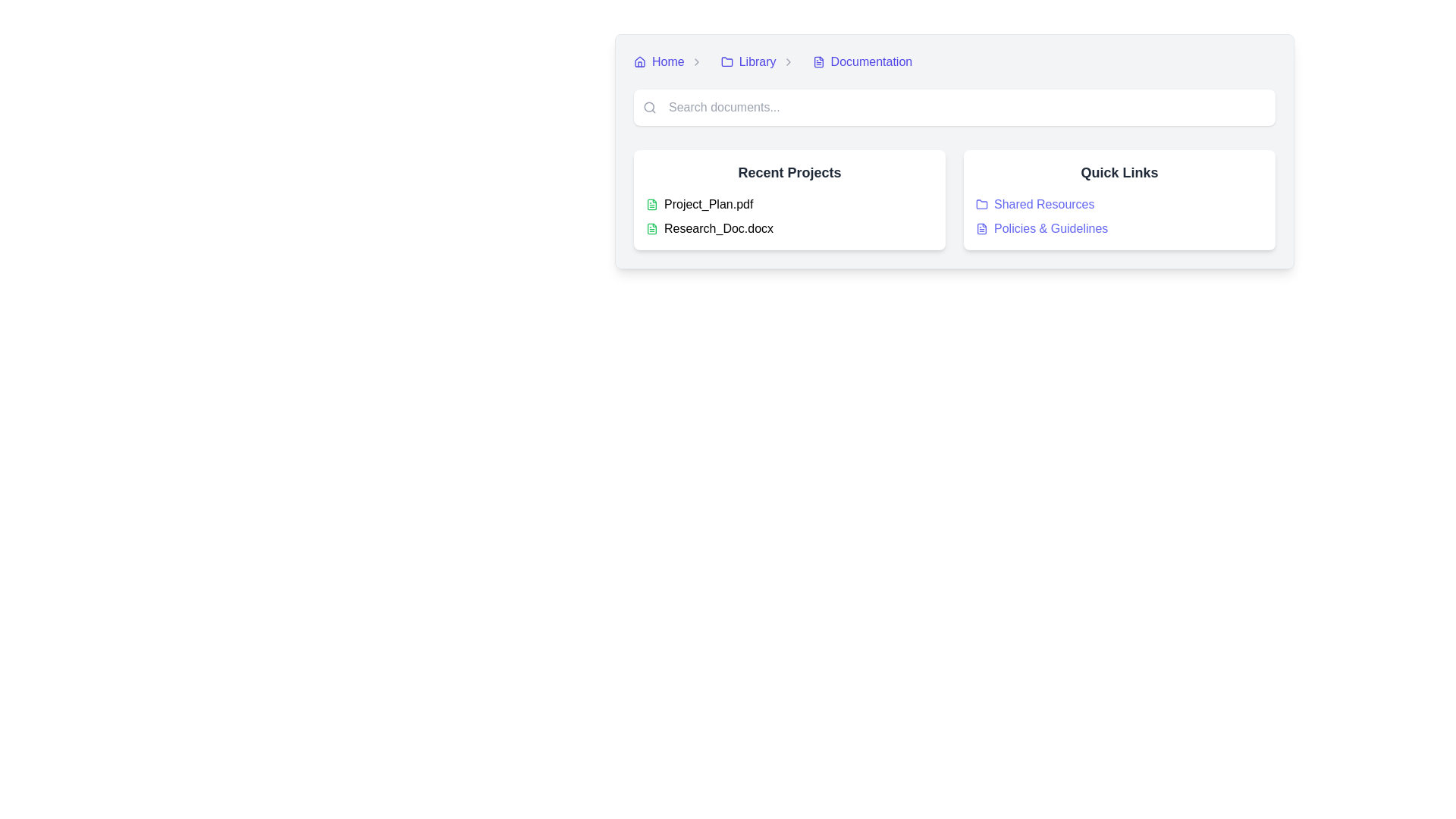 The image size is (1456, 819). What do you see at coordinates (651, 205) in the screenshot?
I see `the green document icon associated with 'Project_Plan.pdf' located in the 'Recent Projects' section` at bounding box center [651, 205].